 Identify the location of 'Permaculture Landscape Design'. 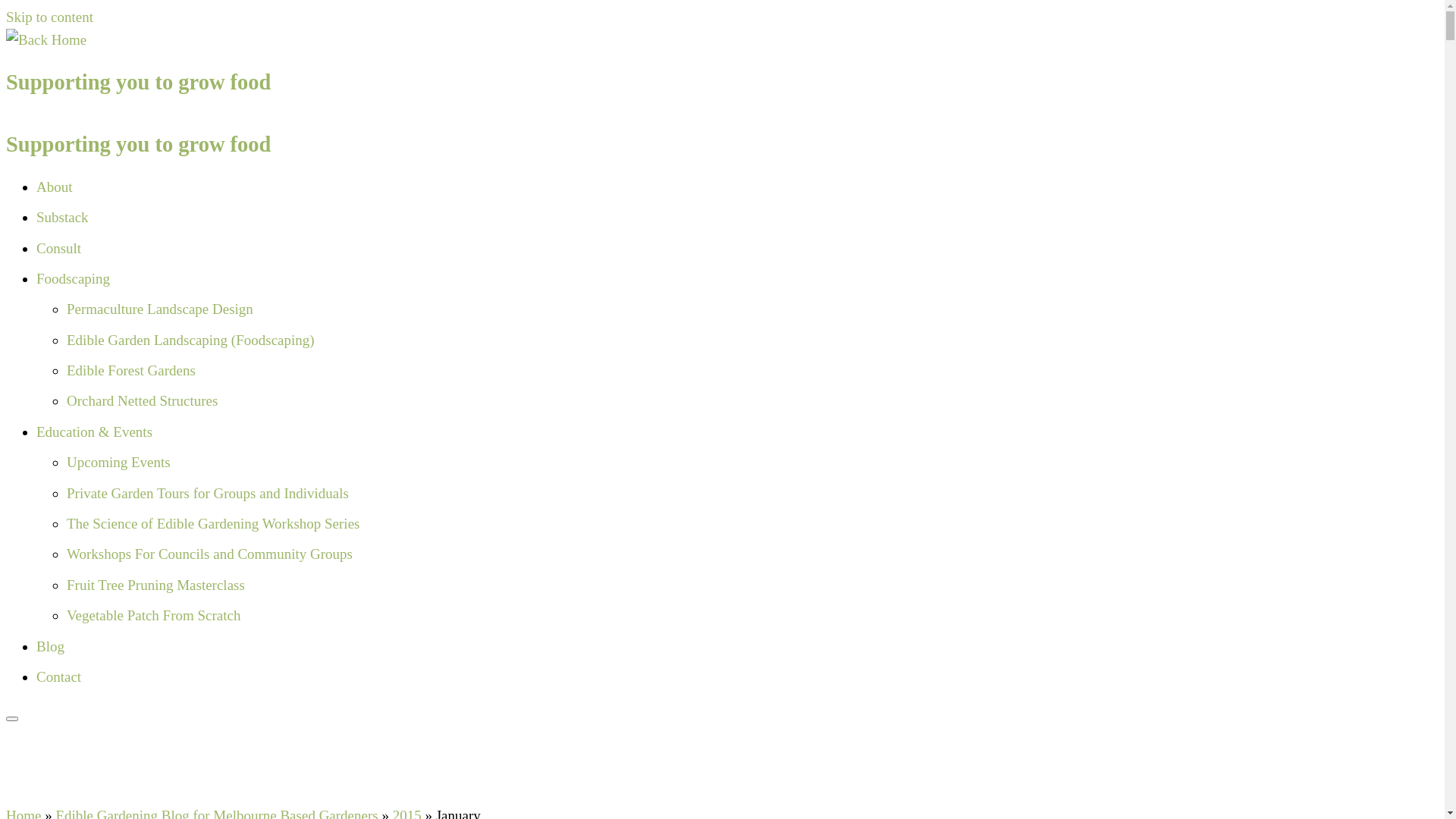
(160, 308).